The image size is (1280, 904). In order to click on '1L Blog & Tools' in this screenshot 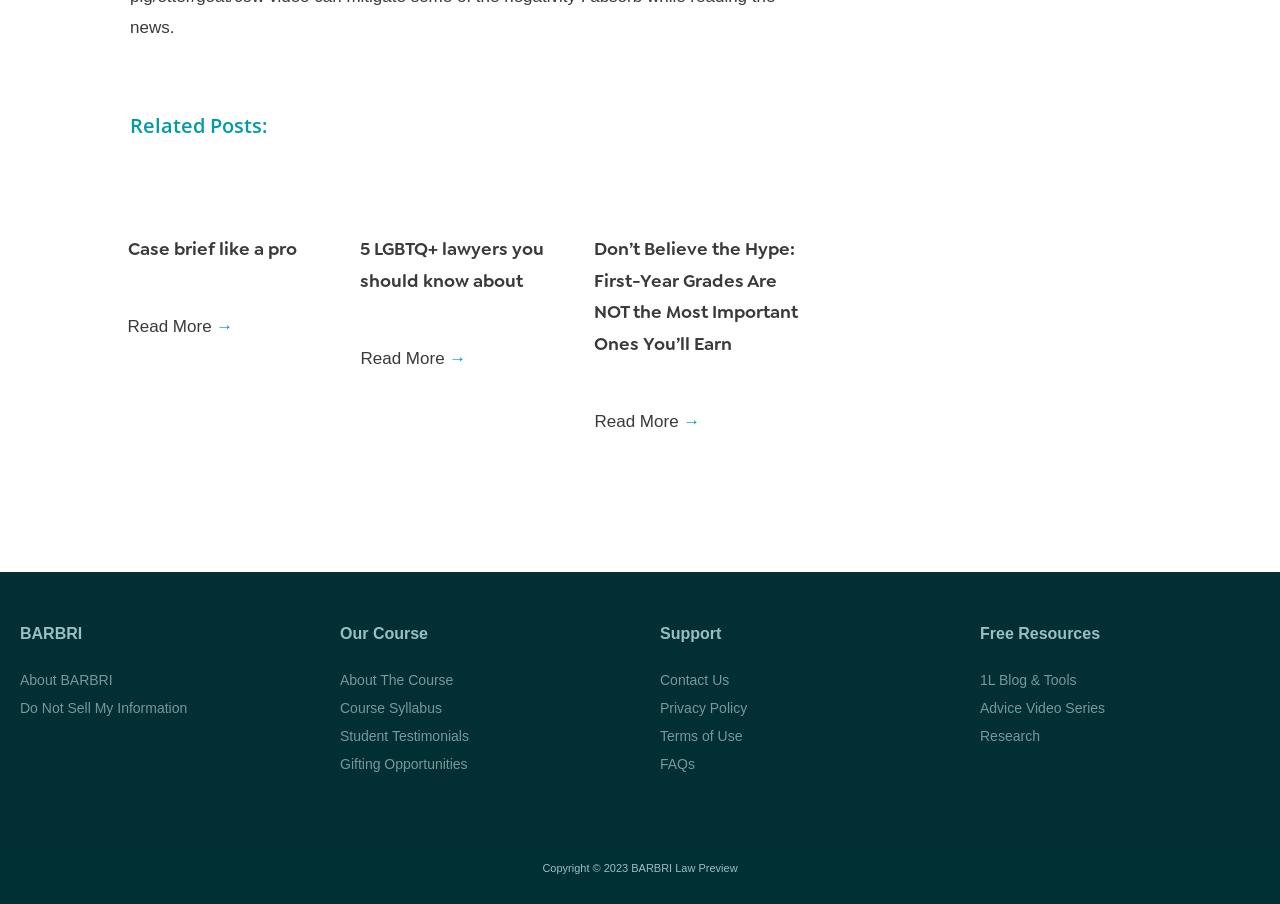, I will do `click(1027, 678)`.